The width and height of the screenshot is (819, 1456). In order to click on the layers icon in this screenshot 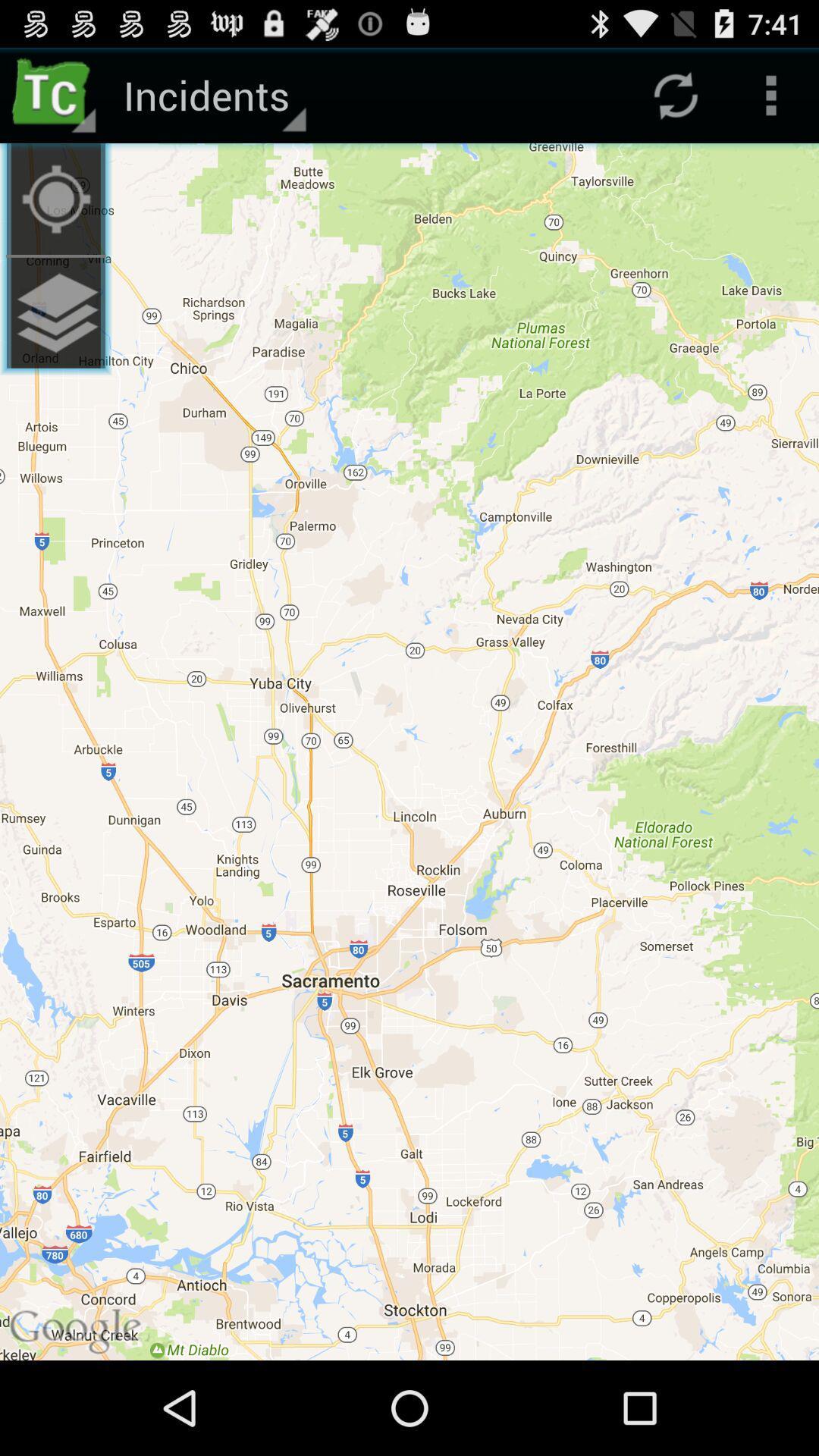, I will do `click(55, 334)`.